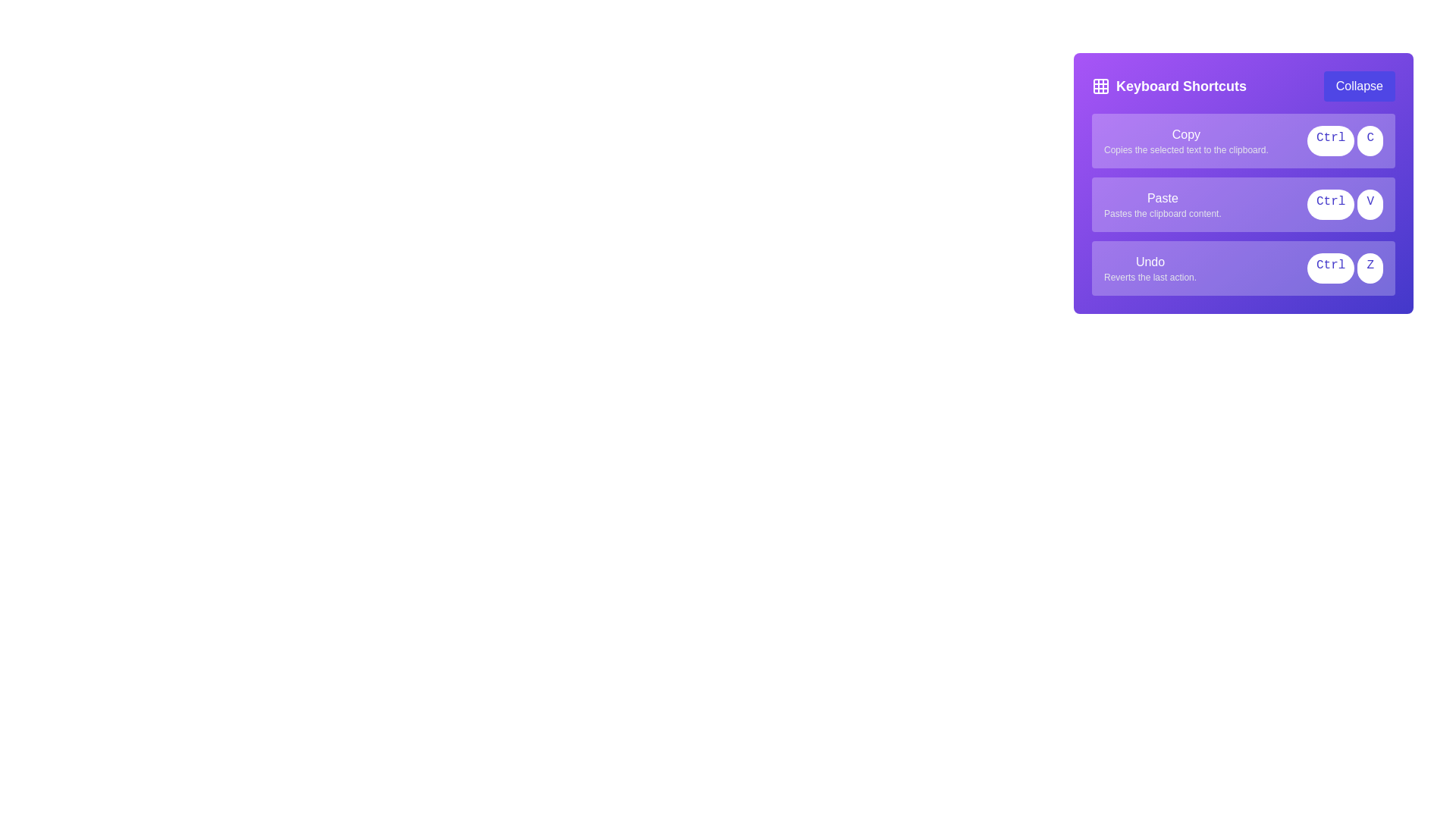 The image size is (1456, 819). Describe the element at coordinates (1100, 86) in the screenshot. I see `the grid icon with a purple border and red background located next to the 'Keyboard Shortcuts' text for further interaction` at that location.